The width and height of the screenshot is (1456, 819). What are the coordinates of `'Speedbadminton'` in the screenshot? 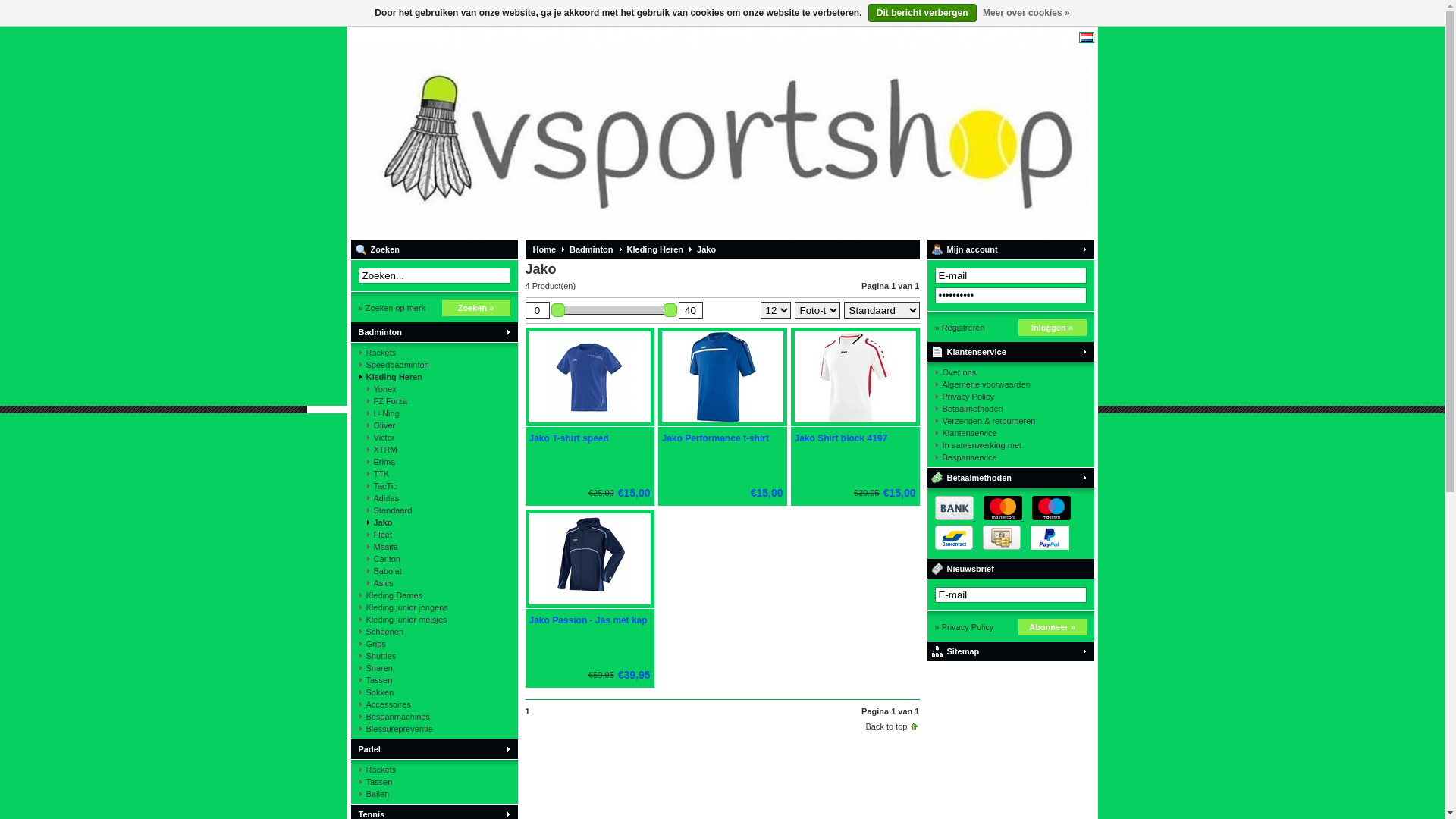 It's located at (432, 365).